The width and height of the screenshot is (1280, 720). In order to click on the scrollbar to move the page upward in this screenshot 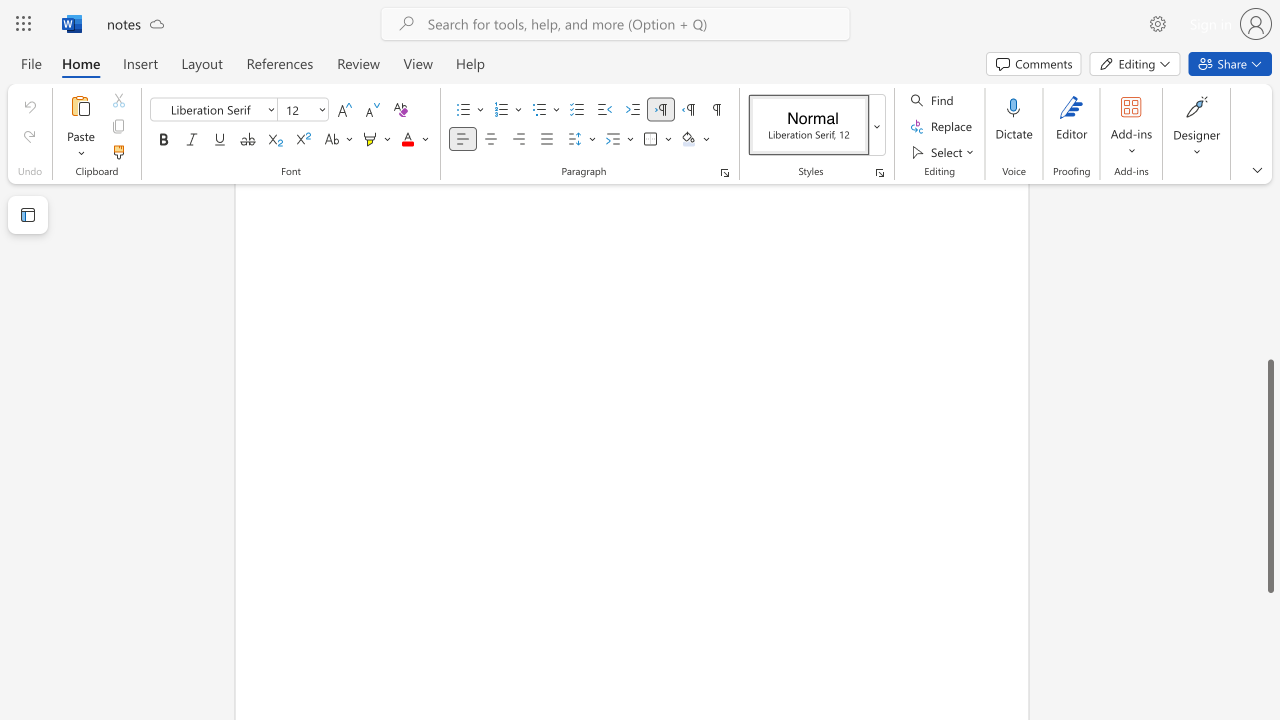, I will do `click(1269, 338)`.